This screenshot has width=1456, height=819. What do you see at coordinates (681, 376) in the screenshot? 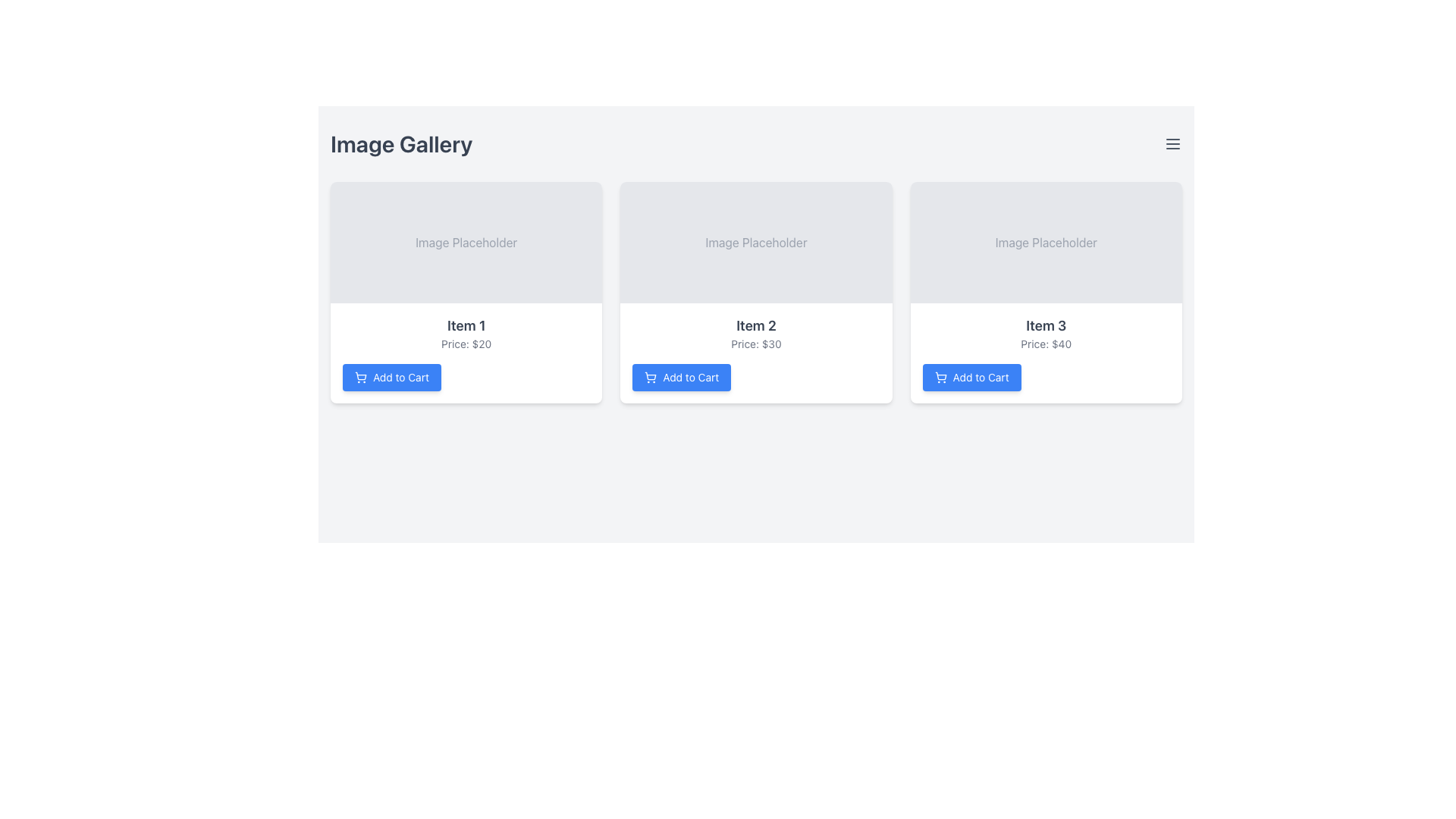
I see `the 'Add to Cart' button for 'Item 2' to interact` at bounding box center [681, 376].